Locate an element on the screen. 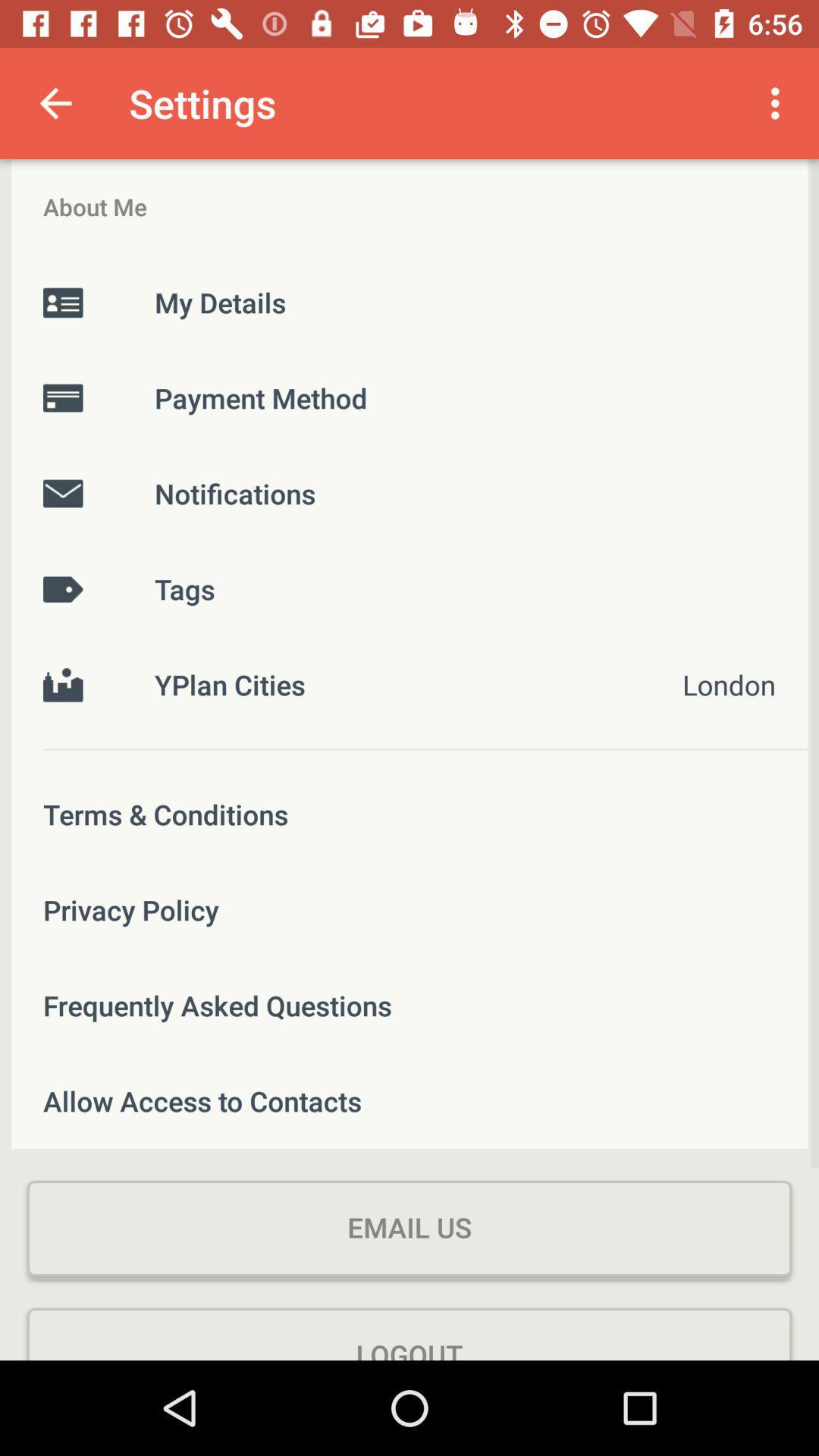  terms & conditions is located at coordinates (409, 814).